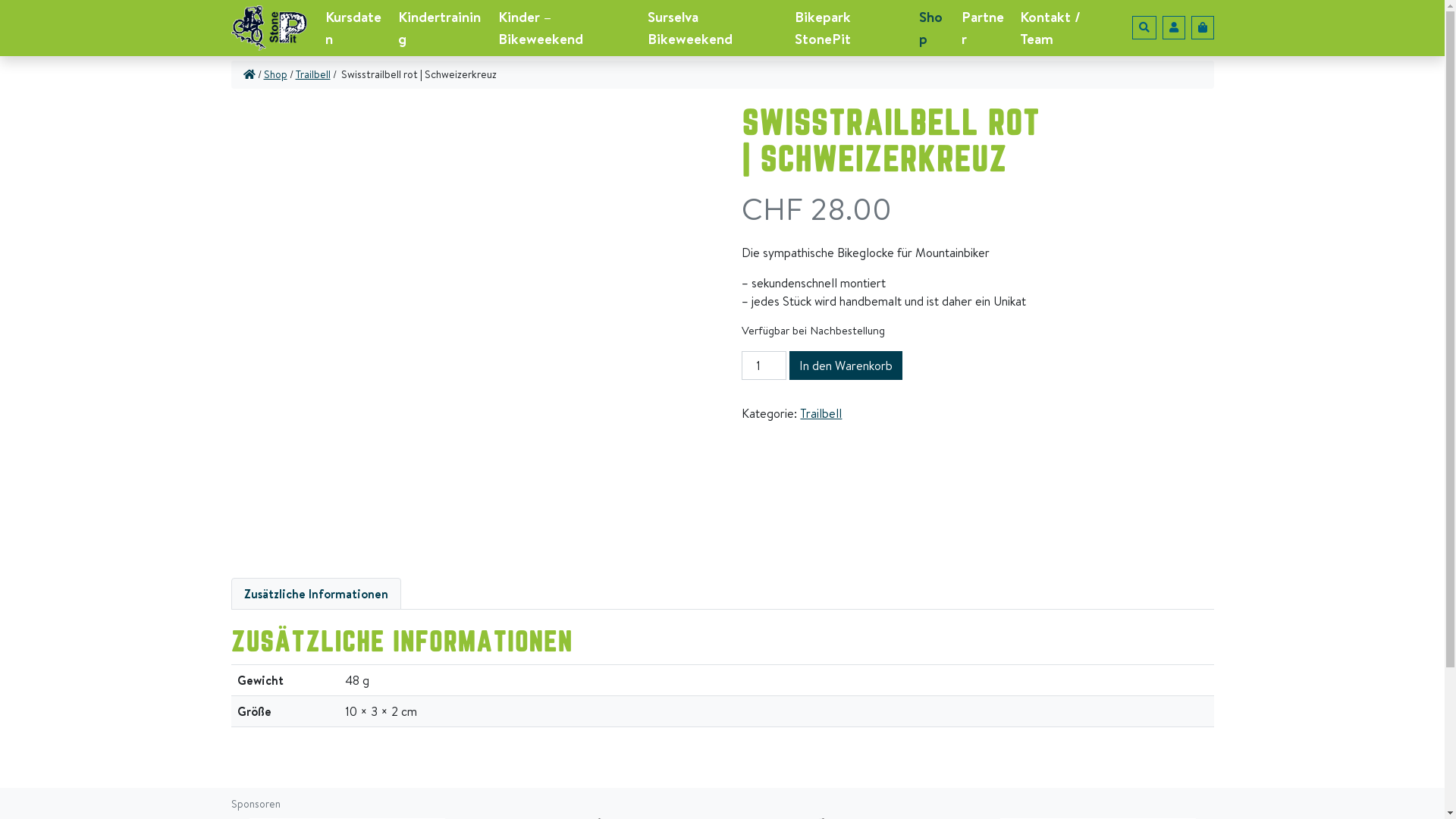 The image size is (1456, 819). I want to click on 'Kursdaten', so click(354, 28).